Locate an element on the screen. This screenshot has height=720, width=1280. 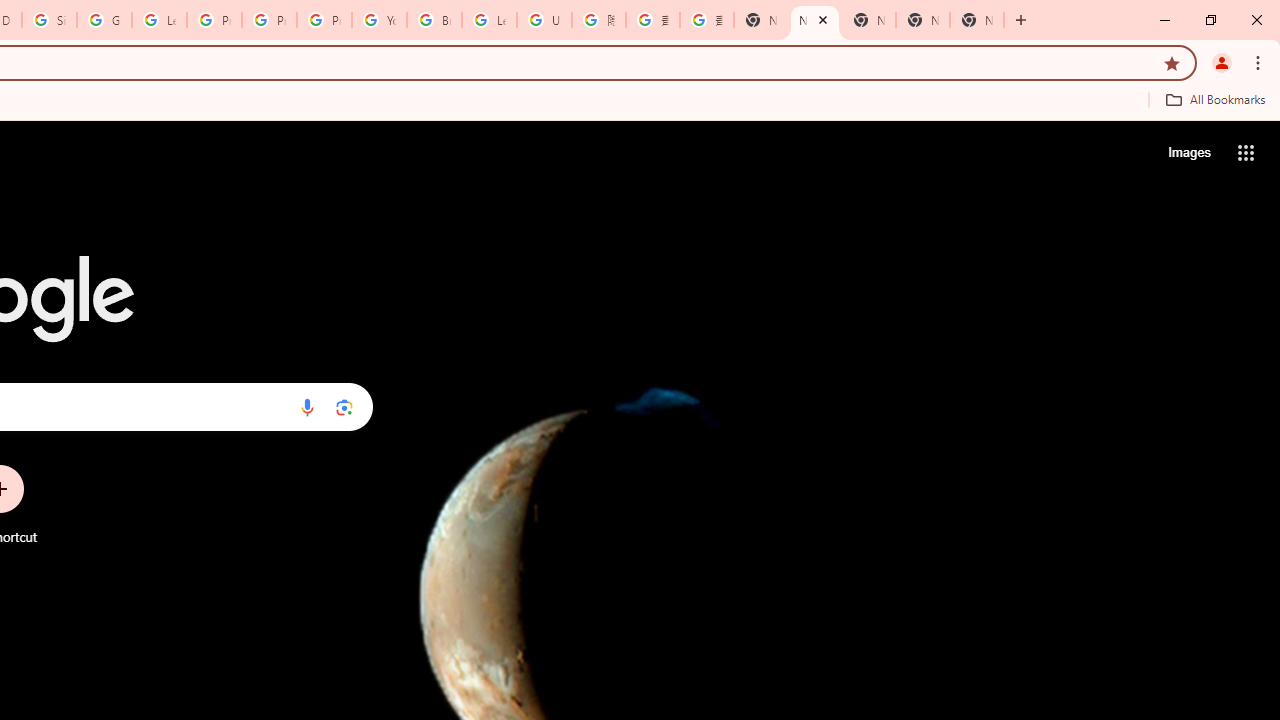
'YouTube' is located at coordinates (379, 20).